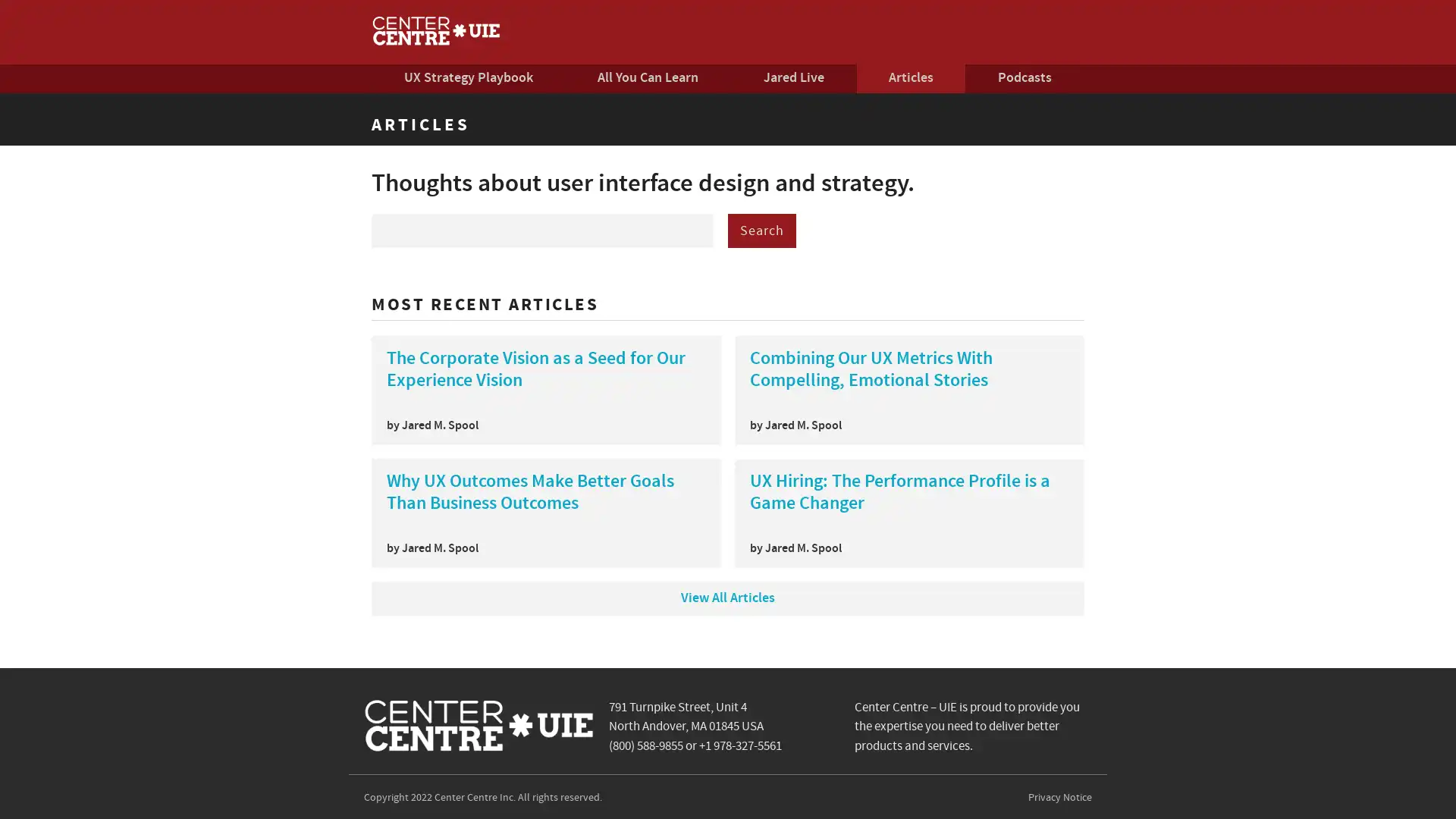 Image resolution: width=1456 pixels, height=819 pixels. What do you see at coordinates (761, 237) in the screenshot?
I see `Search` at bounding box center [761, 237].